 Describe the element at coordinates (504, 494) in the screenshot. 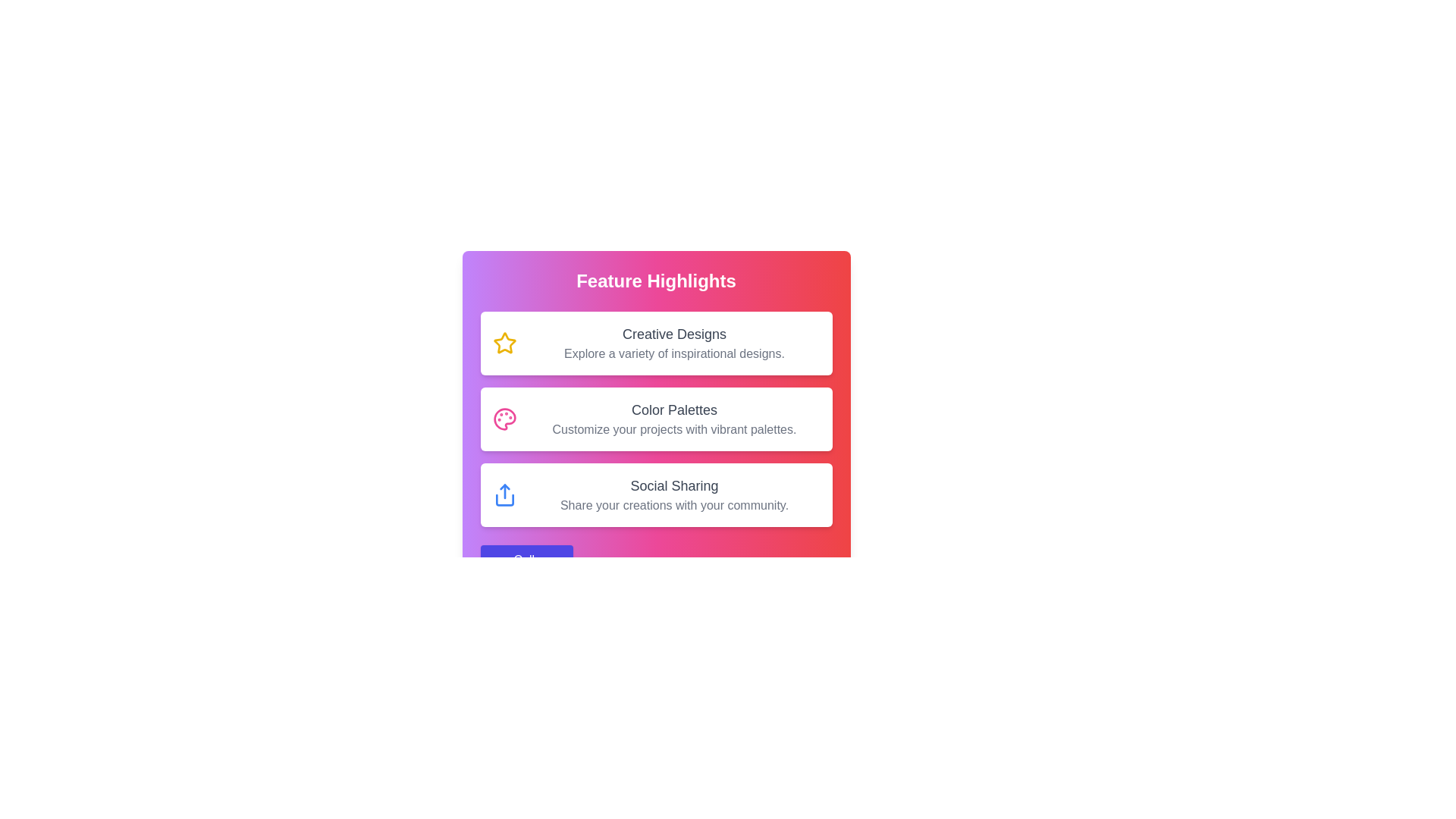

I see `the blue upward arrow icon representing the 'share' action, located on the left side of the 'Social Sharing' card in the 'Feature Highlights' section` at that location.